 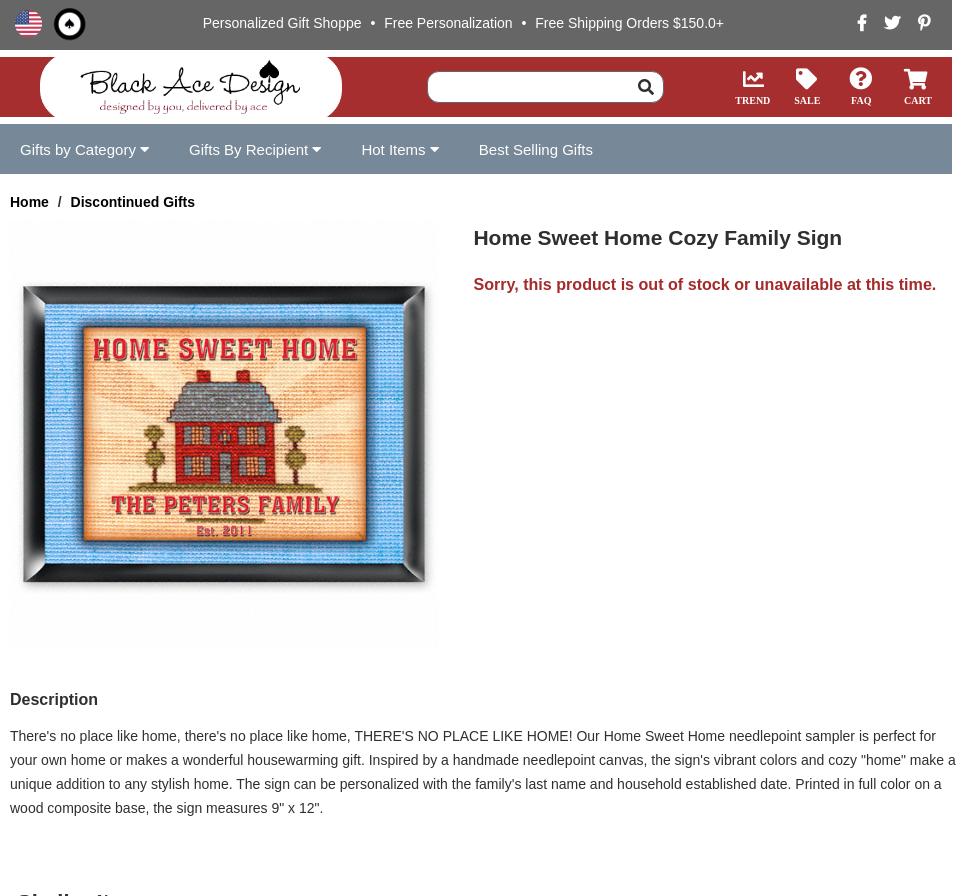 I want to click on 'Personalized Gift Shoppe', so click(x=283, y=23).